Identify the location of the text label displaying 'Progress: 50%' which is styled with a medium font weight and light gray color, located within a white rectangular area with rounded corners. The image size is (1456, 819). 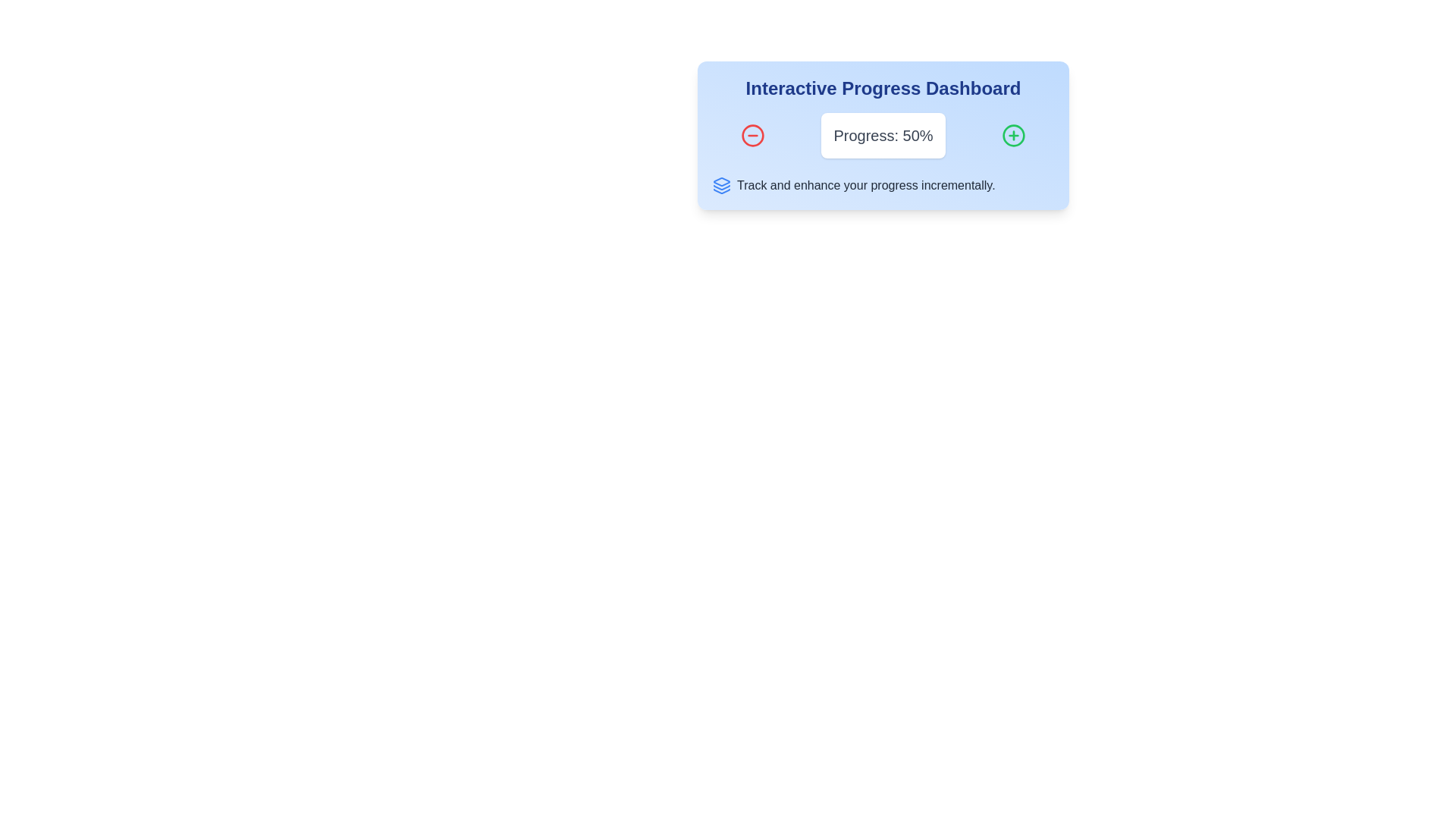
(883, 134).